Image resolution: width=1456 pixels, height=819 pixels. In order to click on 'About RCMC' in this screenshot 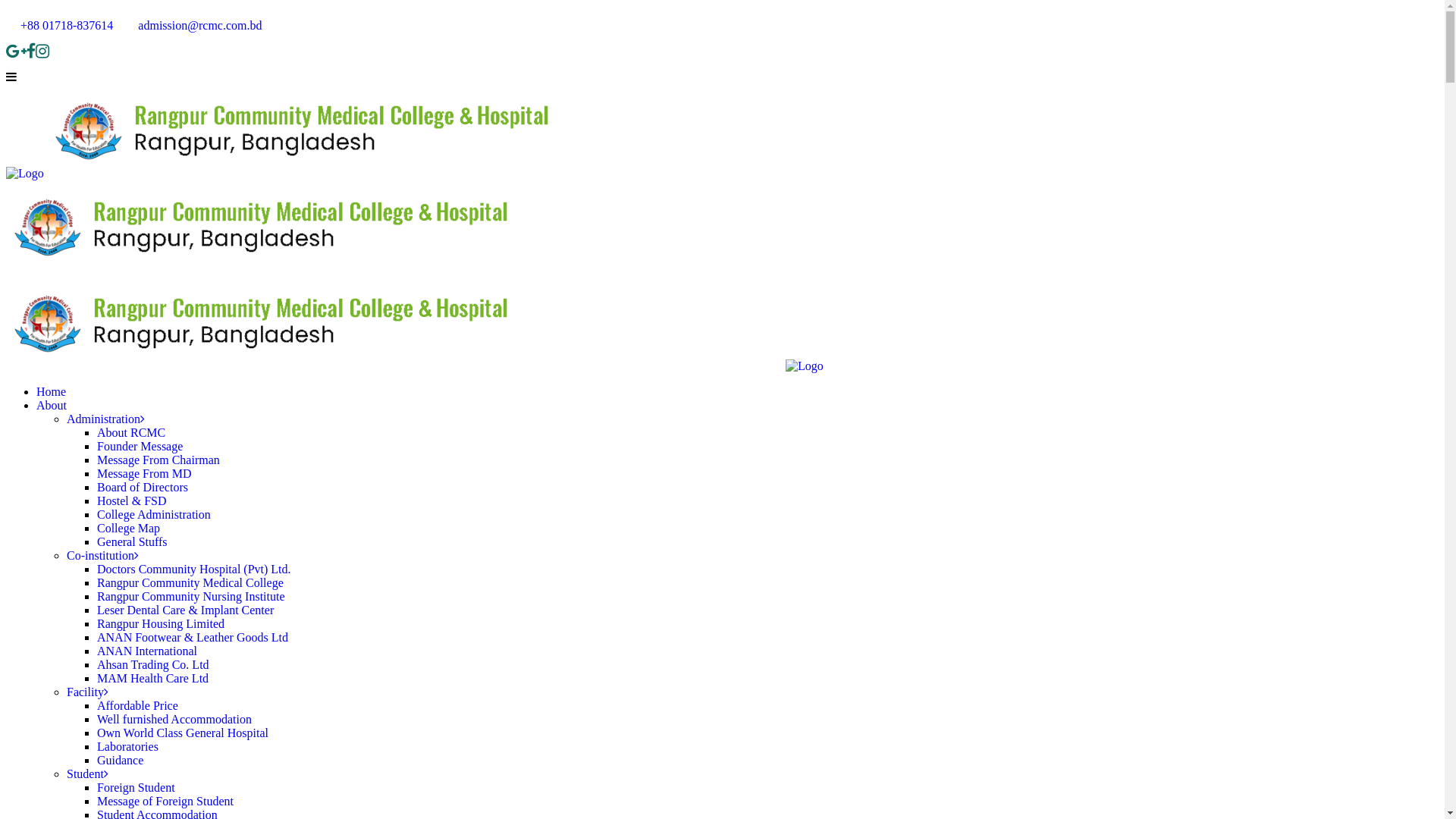, I will do `click(130, 432)`.